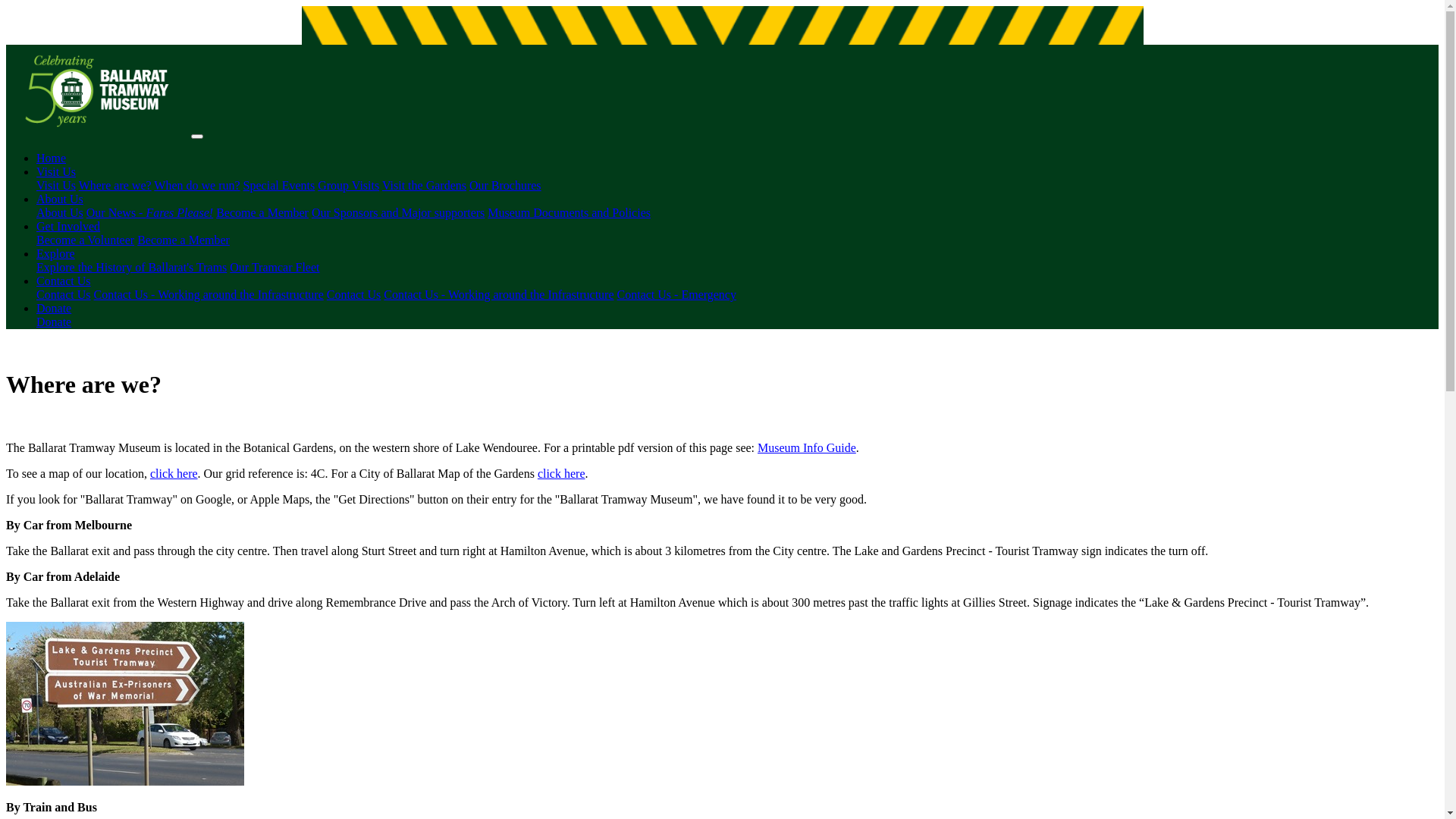 This screenshot has height=819, width=1456. I want to click on 'Home', so click(51, 158).